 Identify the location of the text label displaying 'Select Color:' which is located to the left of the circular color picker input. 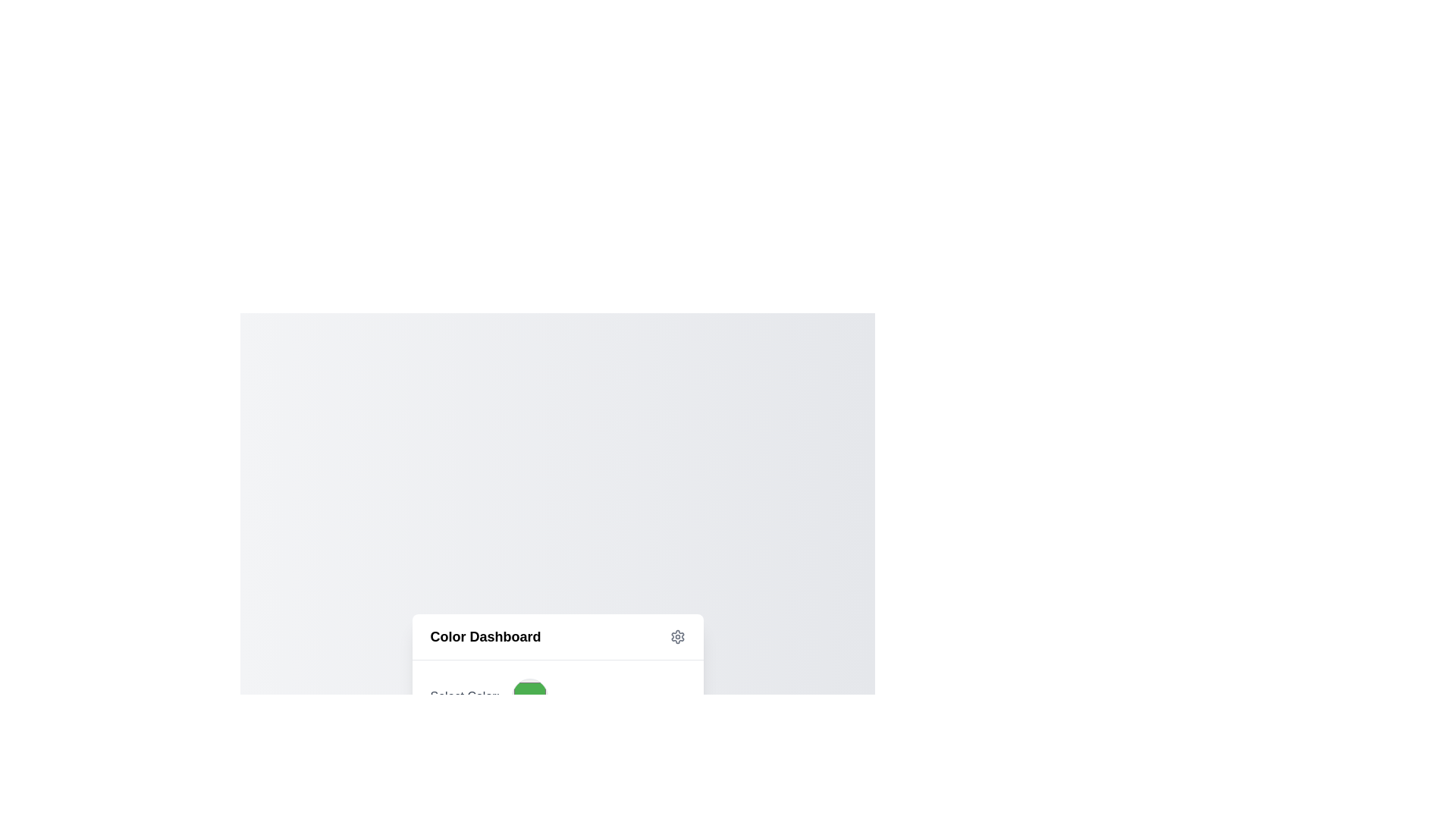
(464, 696).